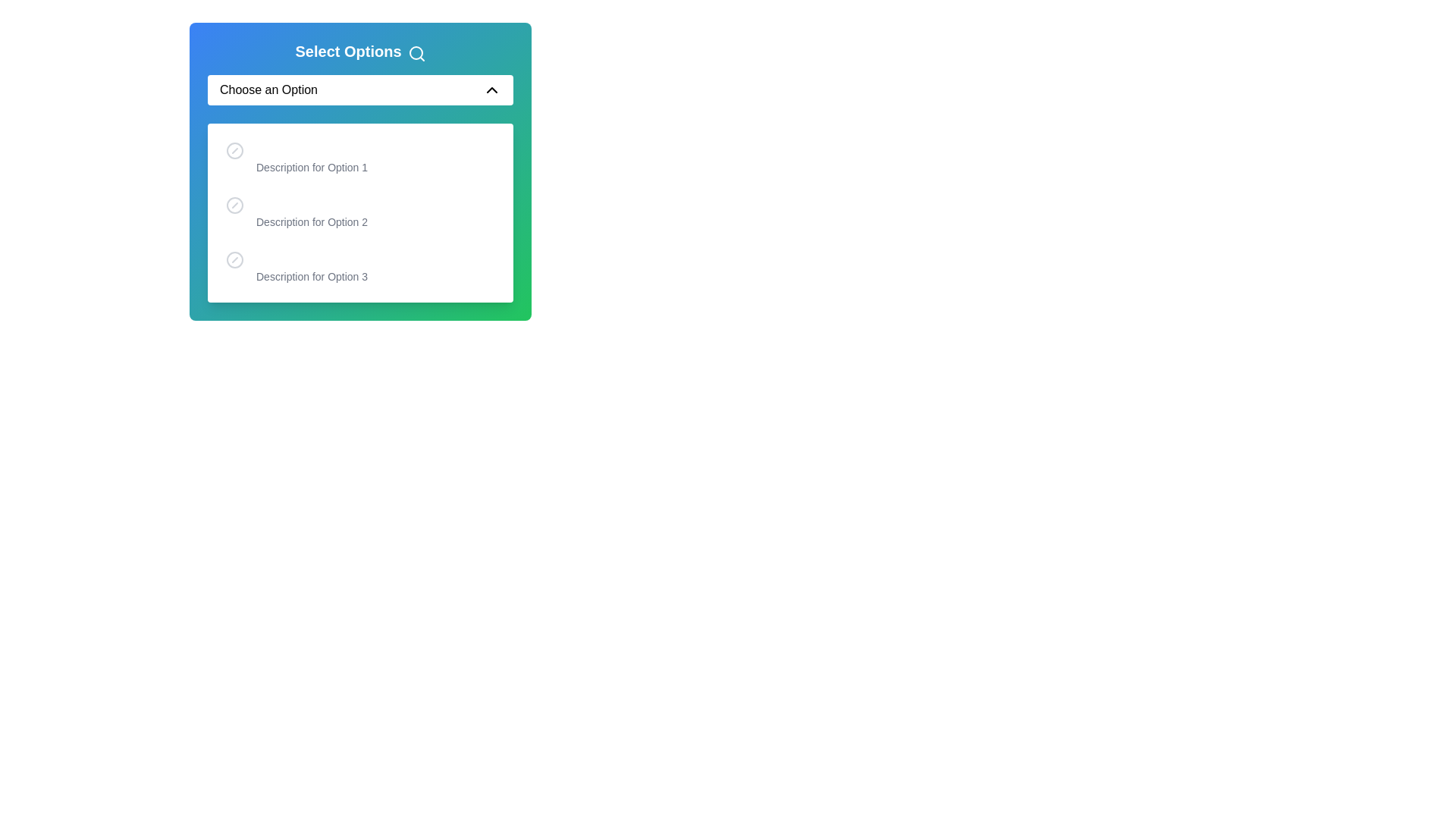 The height and width of the screenshot is (819, 1456). Describe the element at coordinates (234, 149) in the screenshot. I see `the icon that indicates an unavailable or deactivated option, located to the left of the text description for 'Option 1'` at that location.